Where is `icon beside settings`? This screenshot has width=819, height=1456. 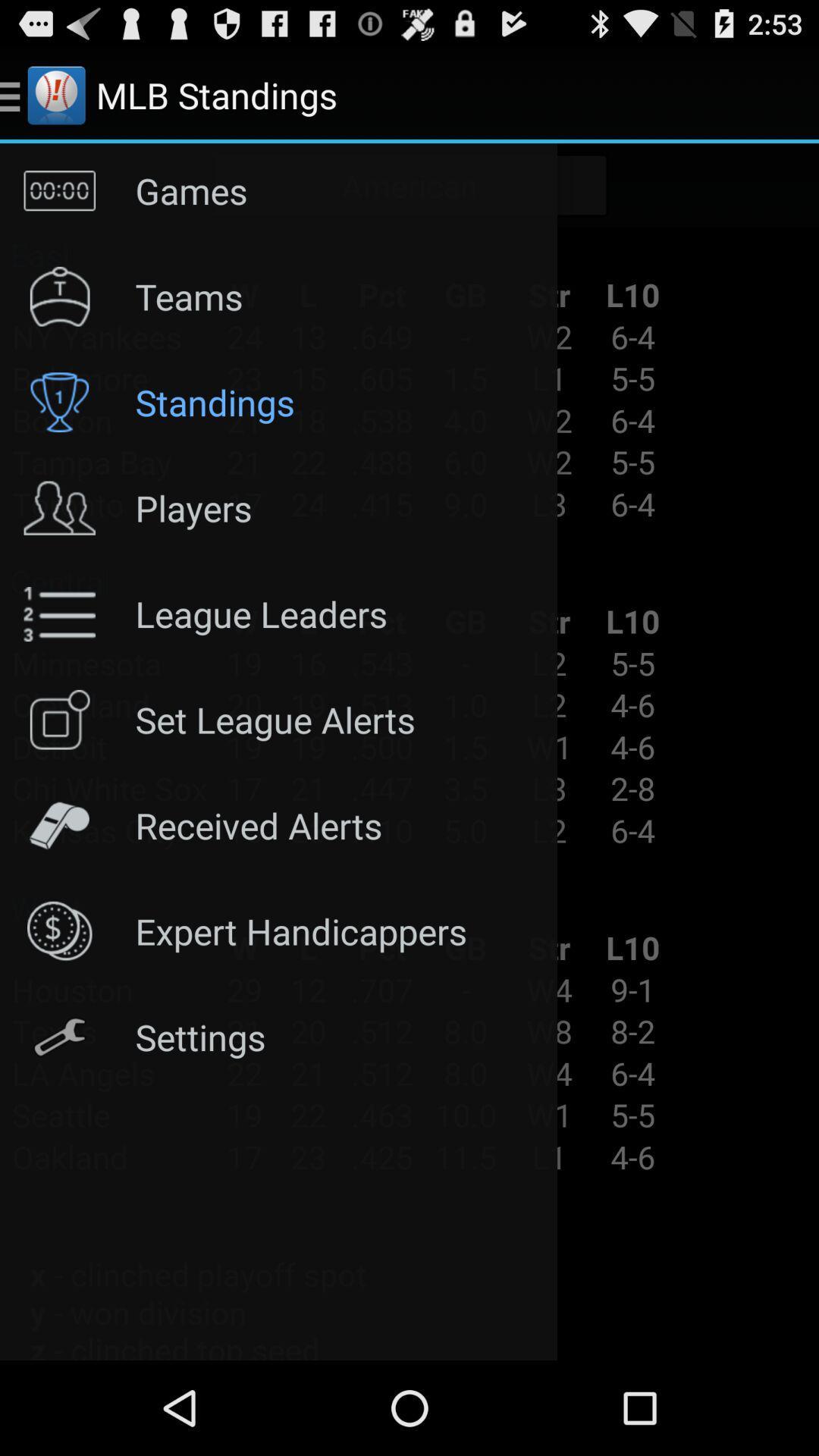
icon beside settings is located at coordinates (58, 1036).